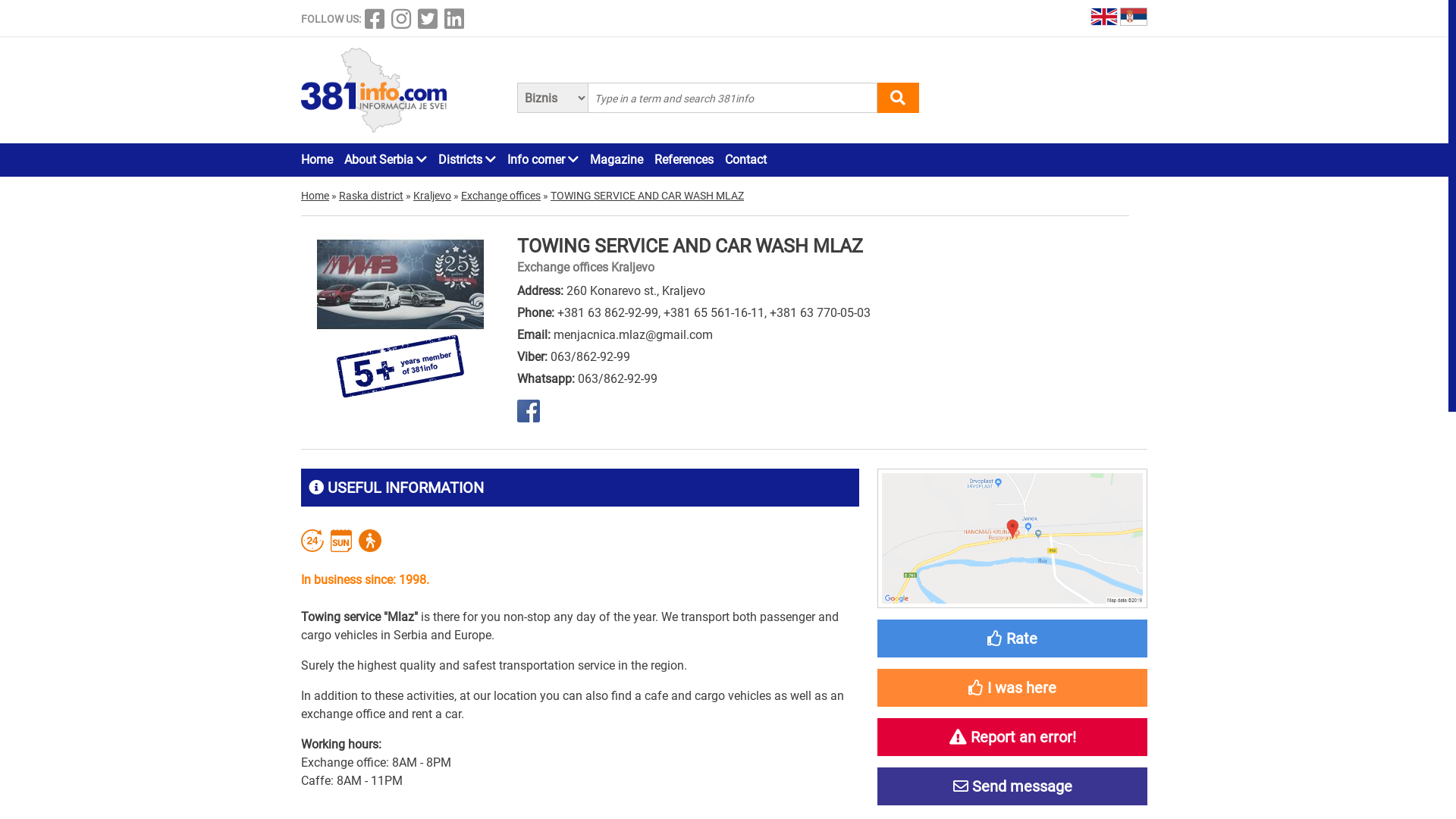  What do you see at coordinates (466, 160) in the screenshot?
I see `'Districts'` at bounding box center [466, 160].